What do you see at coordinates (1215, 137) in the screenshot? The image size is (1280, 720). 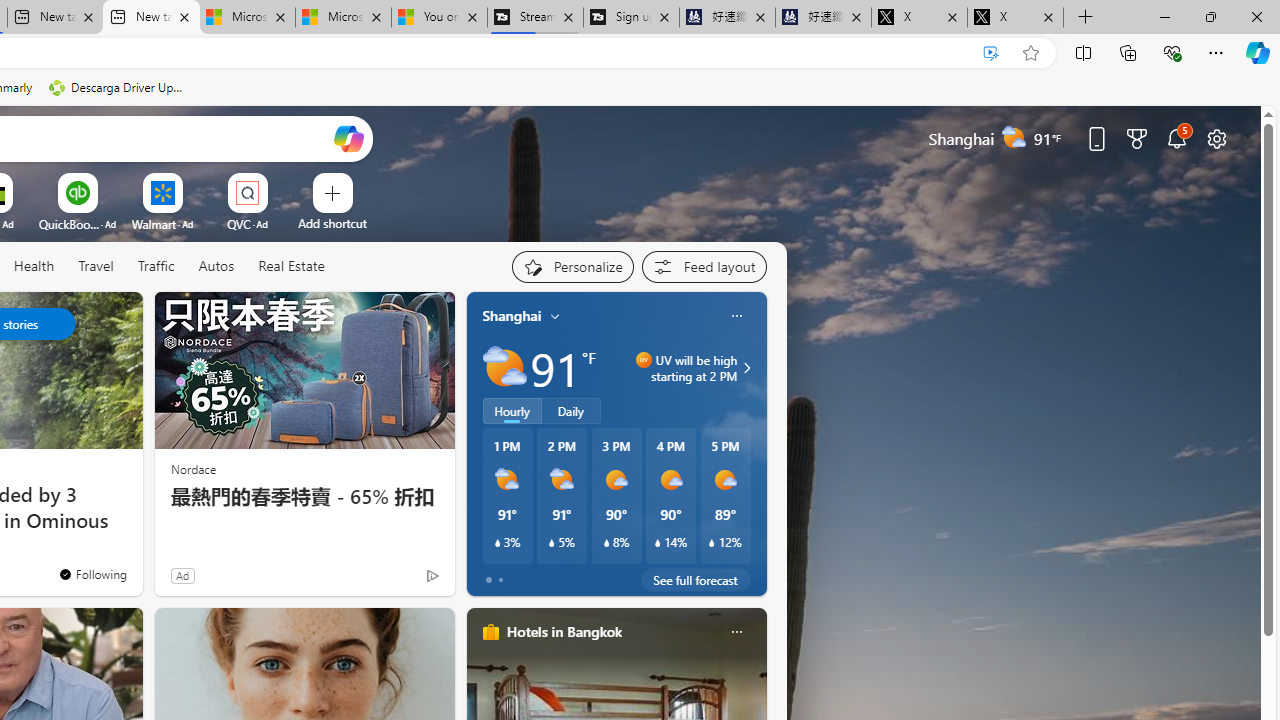 I see `'Page settings'` at bounding box center [1215, 137].